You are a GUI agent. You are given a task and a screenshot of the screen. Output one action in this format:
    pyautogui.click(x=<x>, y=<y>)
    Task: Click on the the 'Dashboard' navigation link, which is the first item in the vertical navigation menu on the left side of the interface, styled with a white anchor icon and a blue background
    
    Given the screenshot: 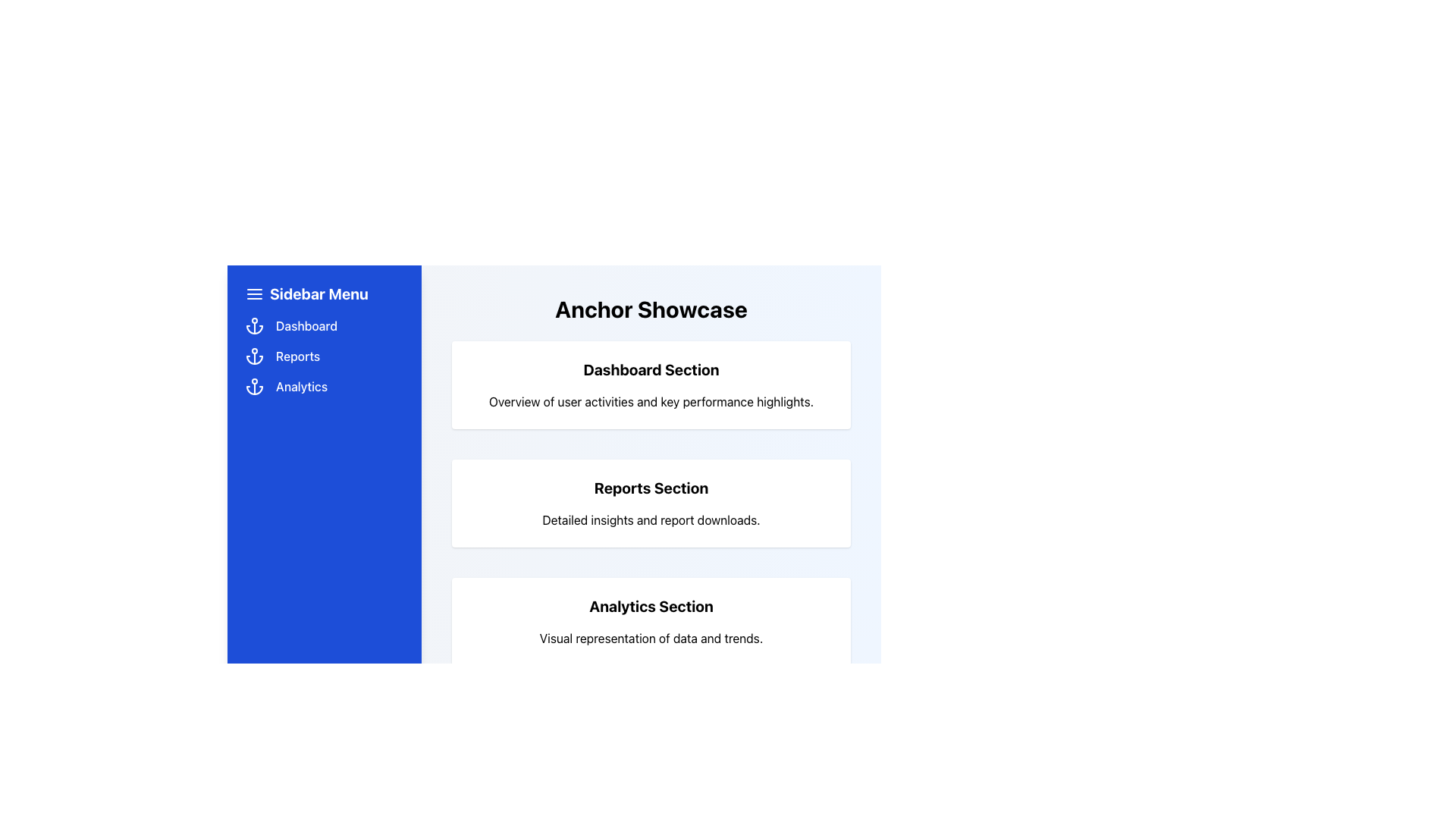 What is the action you would take?
    pyautogui.click(x=323, y=325)
    